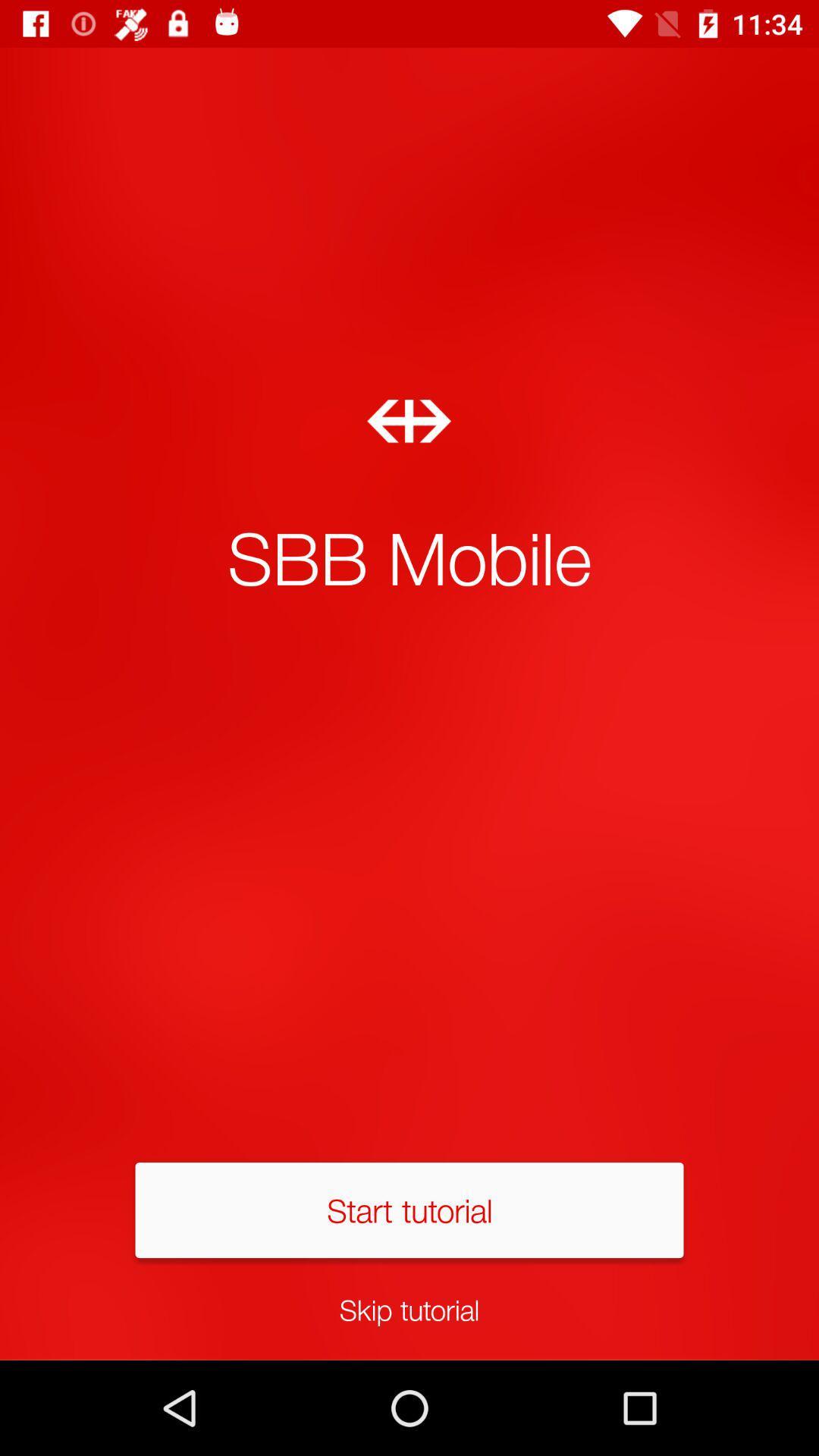 This screenshot has width=819, height=1456. Describe the element at coordinates (409, 1308) in the screenshot. I see `skip tutorial item` at that location.